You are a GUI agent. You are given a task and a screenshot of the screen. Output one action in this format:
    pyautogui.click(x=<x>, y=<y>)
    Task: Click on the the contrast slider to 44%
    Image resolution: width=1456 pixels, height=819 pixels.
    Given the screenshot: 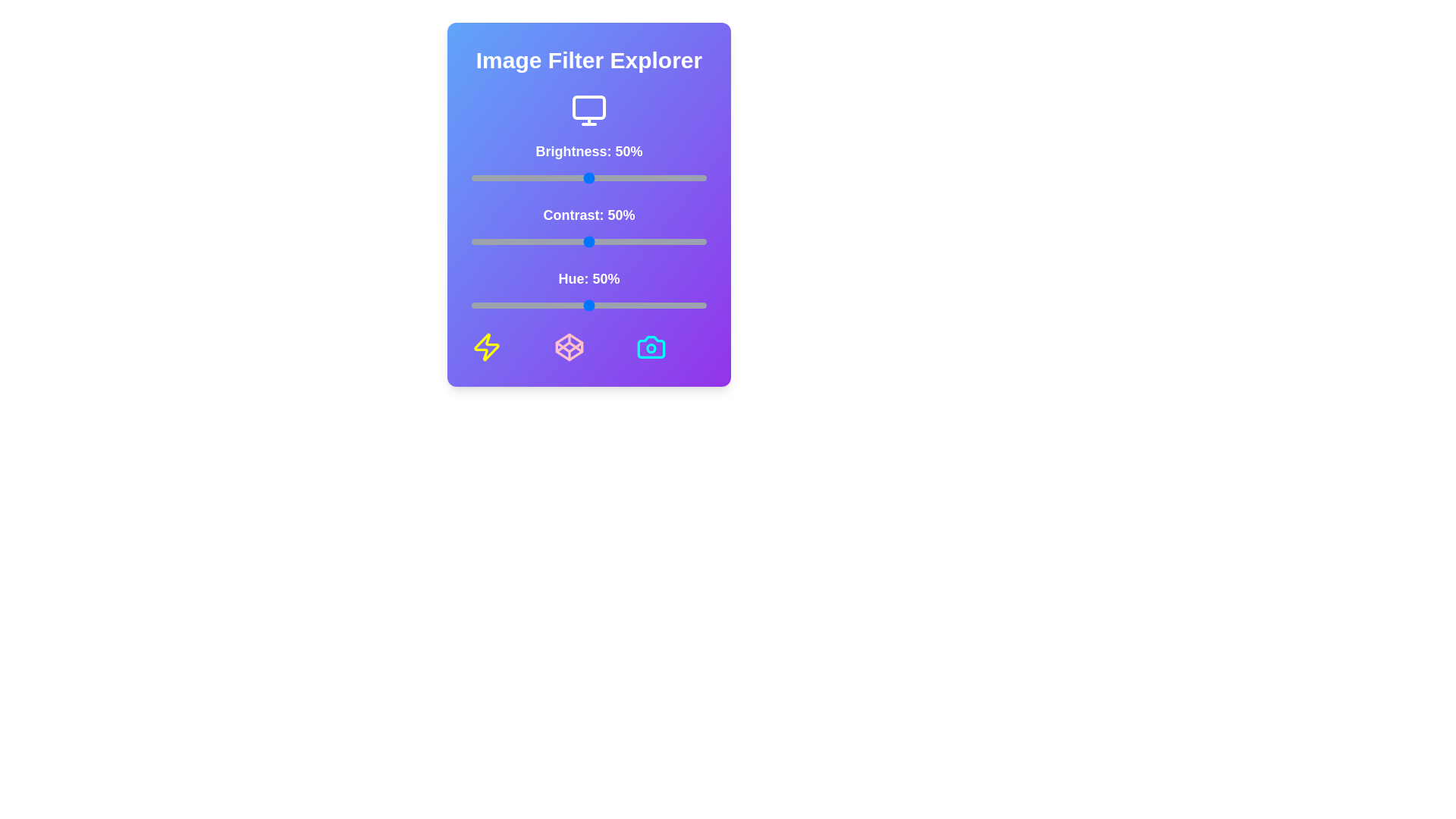 What is the action you would take?
    pyautogui.click(x=574, y=241)
    